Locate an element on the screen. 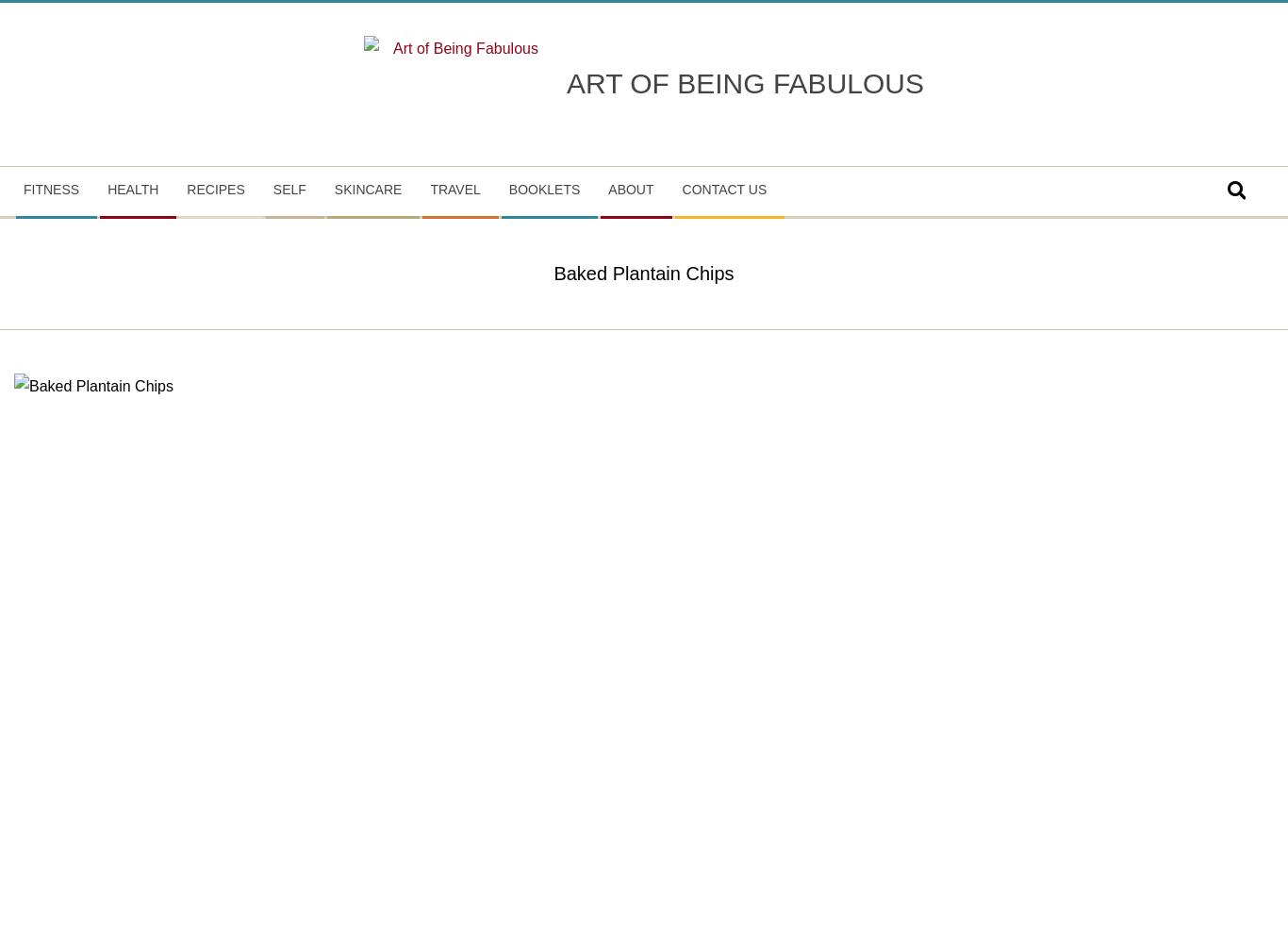 This screenshot has width=1288, height=931. 'Baked Plantain Chips' is located at coordinates (642, 272).